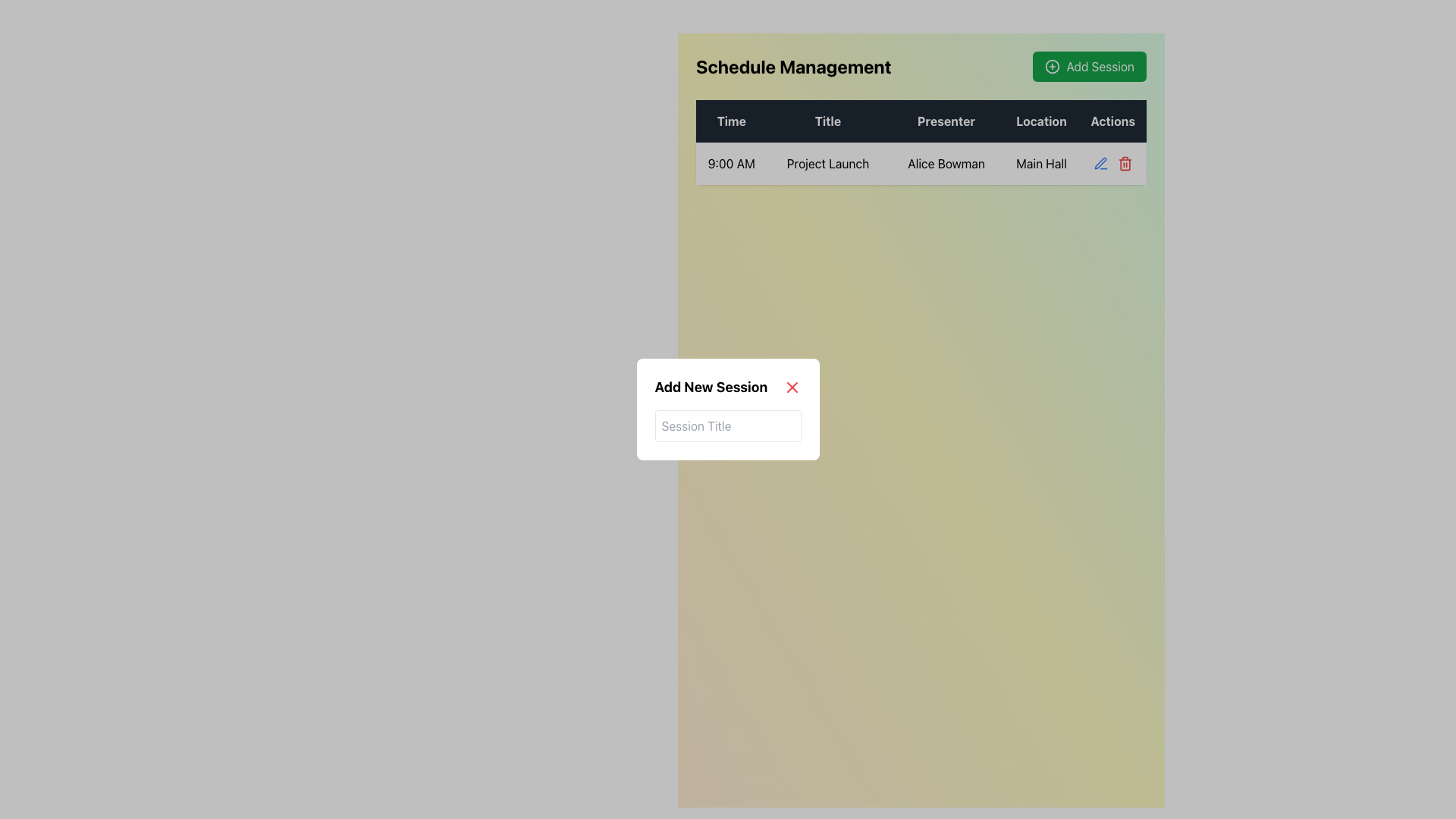 The height and width of the screenshot is (819, 1456). What do you see at coordinates (1112, 164) in the screenshot?
I see `the deletion button in the 'Actions' column of the table row, which is the second interactive icon, right-aligned and positioned next to a blue pencil icon` at bounding box center [1112, 164].